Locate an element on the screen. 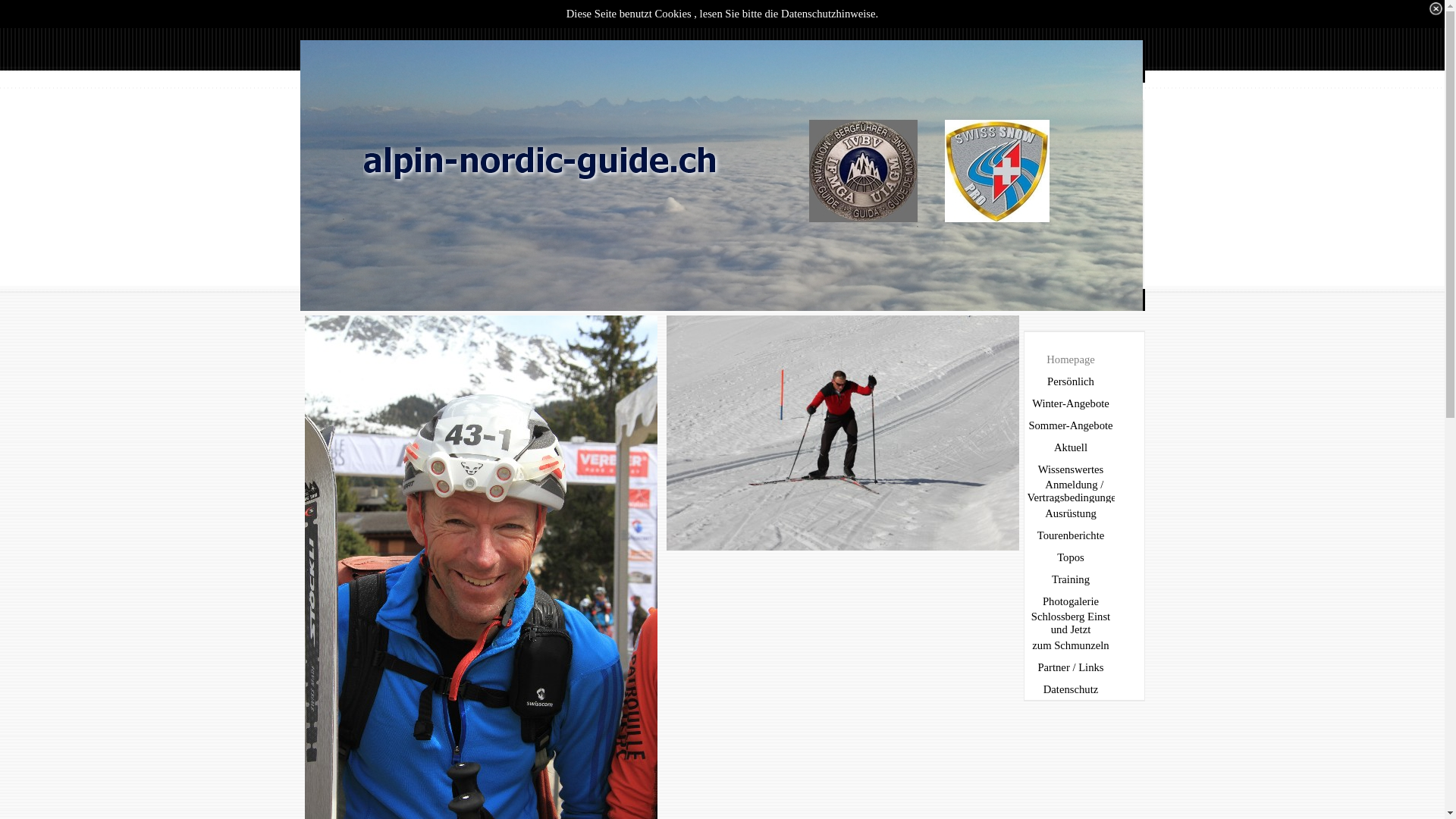  'Wissenswertes' is located at coordinates (1072, 469).